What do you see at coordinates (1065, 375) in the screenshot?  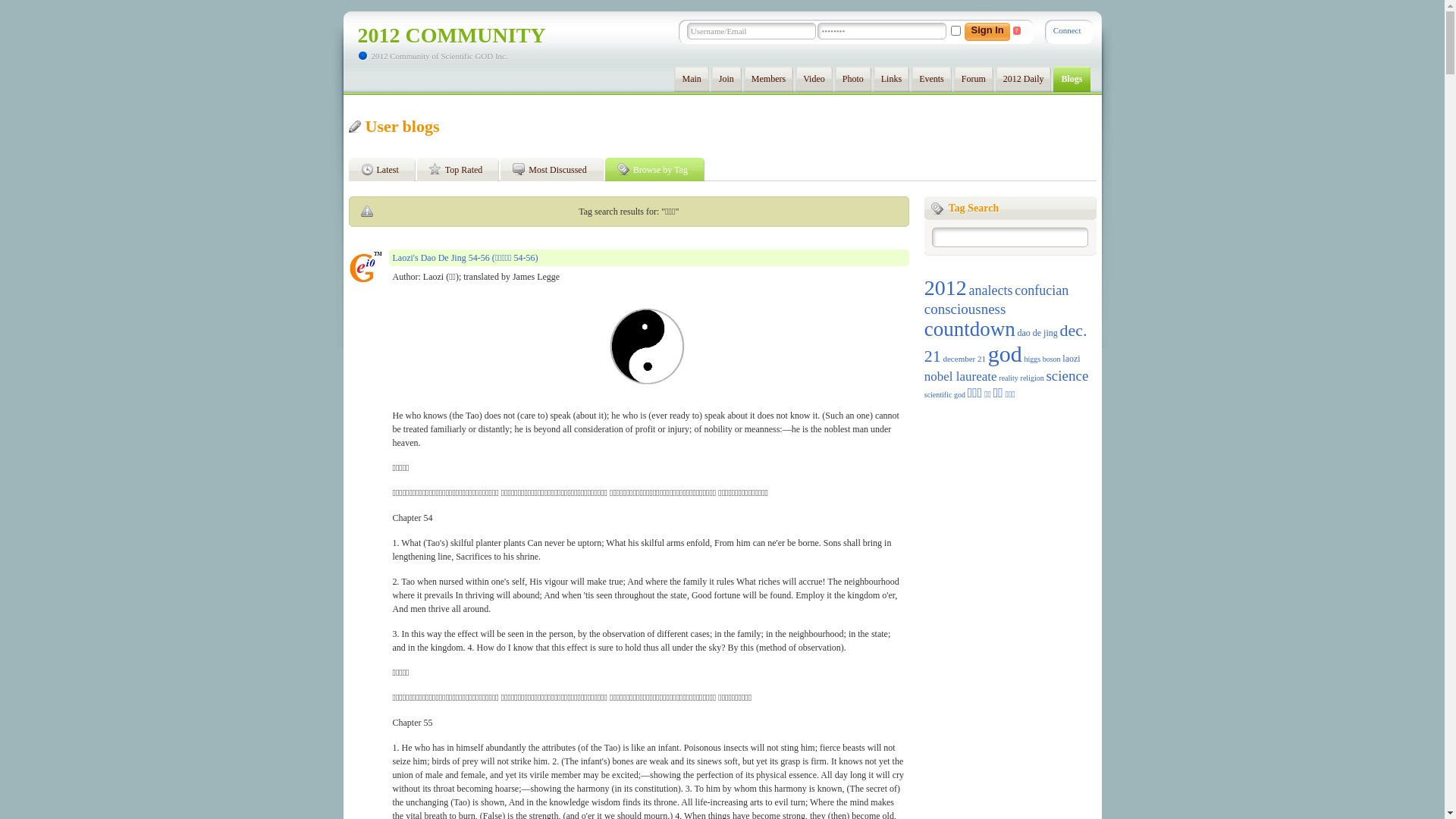 I see `'science'` at bounding box center [1065, 375].